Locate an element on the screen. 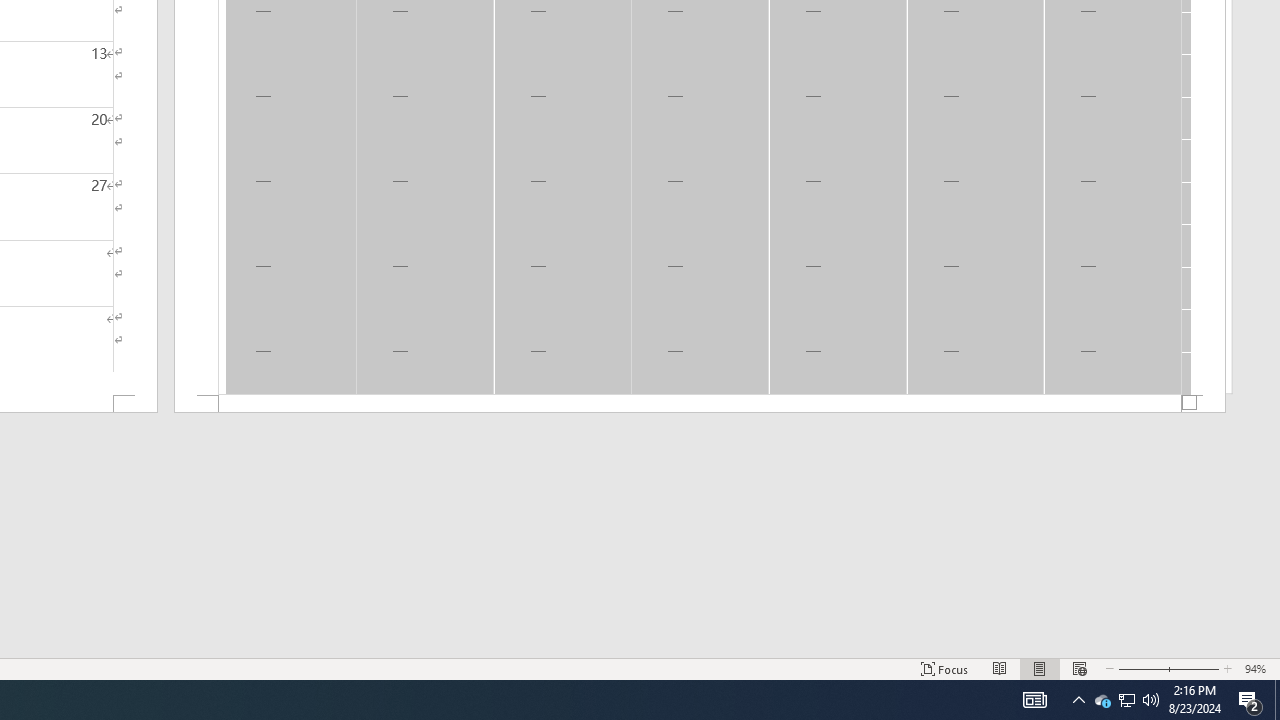 This screenshot has width=1280, height=720. 'Focus ' is located at coordinates (943, 669).